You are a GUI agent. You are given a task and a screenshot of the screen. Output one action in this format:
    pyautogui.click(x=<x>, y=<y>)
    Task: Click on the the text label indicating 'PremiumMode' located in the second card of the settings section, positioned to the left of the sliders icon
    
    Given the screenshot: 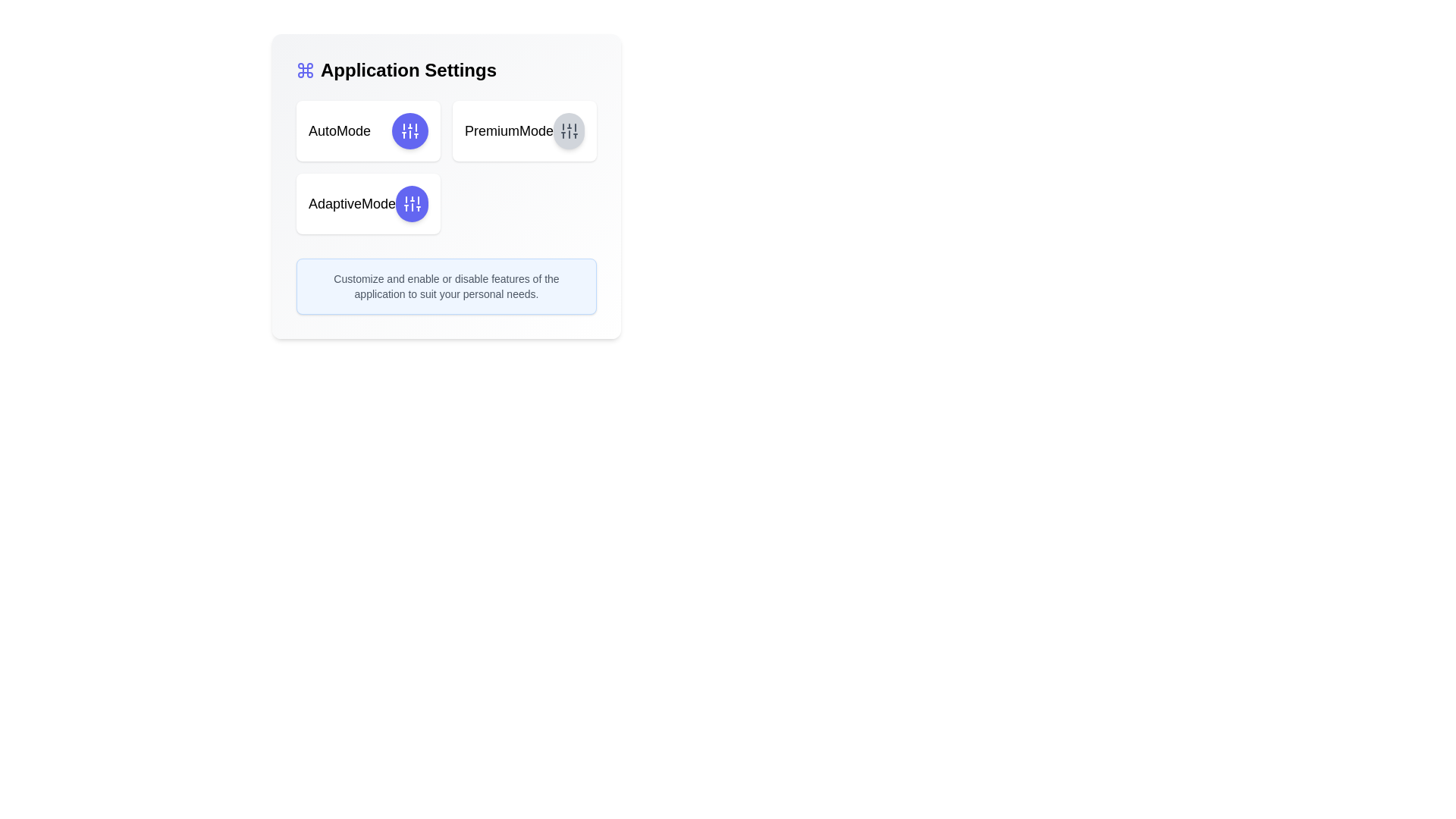 What is the action you would take?
    pyautogui.click(x=509, y=130)
    